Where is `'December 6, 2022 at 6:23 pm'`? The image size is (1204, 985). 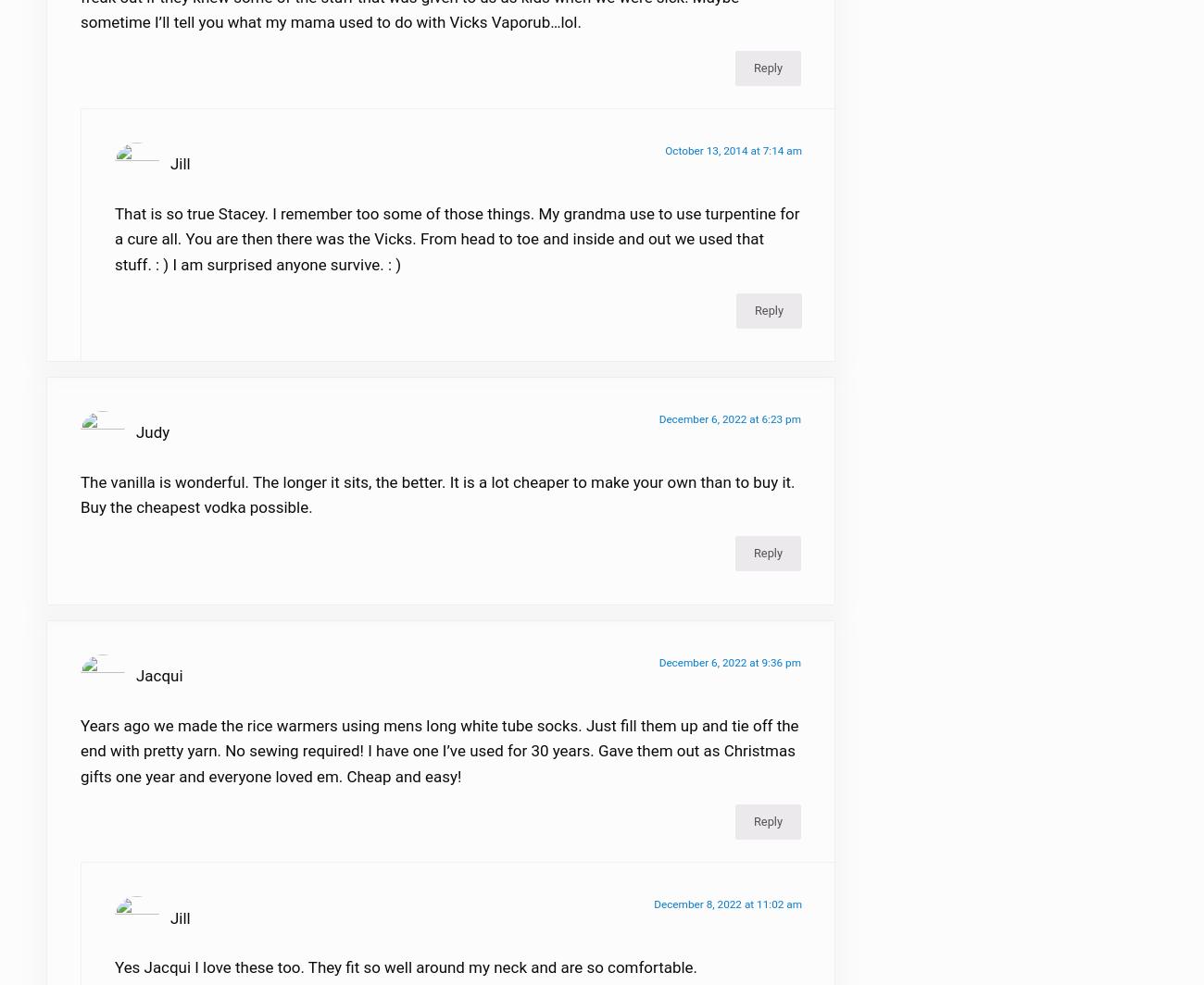
'December 6, 2022 at 6:23 pm' is located at coordinates (729, 430).